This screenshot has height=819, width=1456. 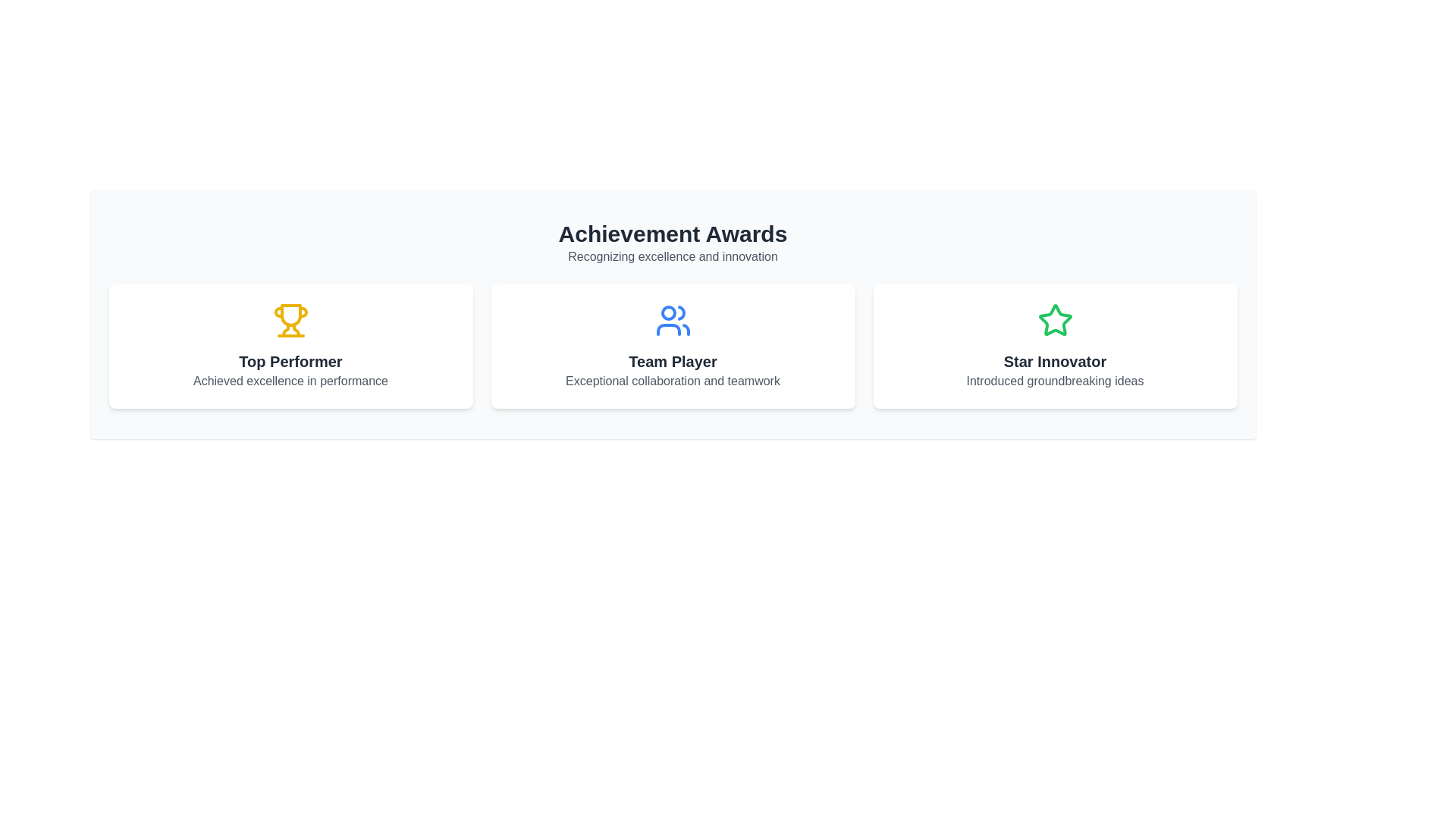 I want to click on the 'Star Innovator' award card, which is the third card in a group of three horizontally-aligned cards, so click(x=1054, y=346).